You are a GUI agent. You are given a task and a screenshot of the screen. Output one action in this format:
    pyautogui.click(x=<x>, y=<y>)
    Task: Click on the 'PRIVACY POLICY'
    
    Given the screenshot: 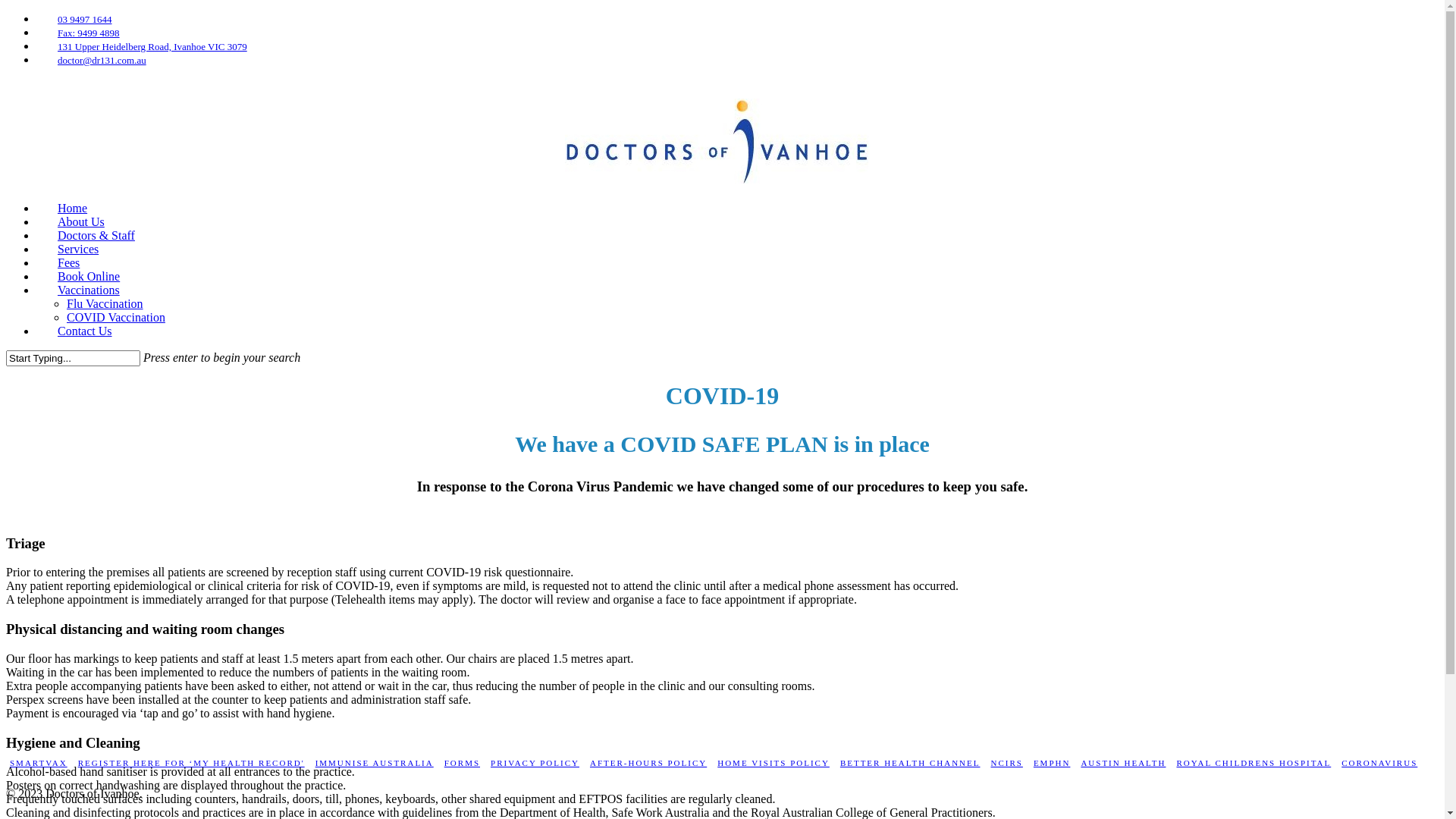 What is the action you would take?
    pyautogui.click(x=487, y=763)
    